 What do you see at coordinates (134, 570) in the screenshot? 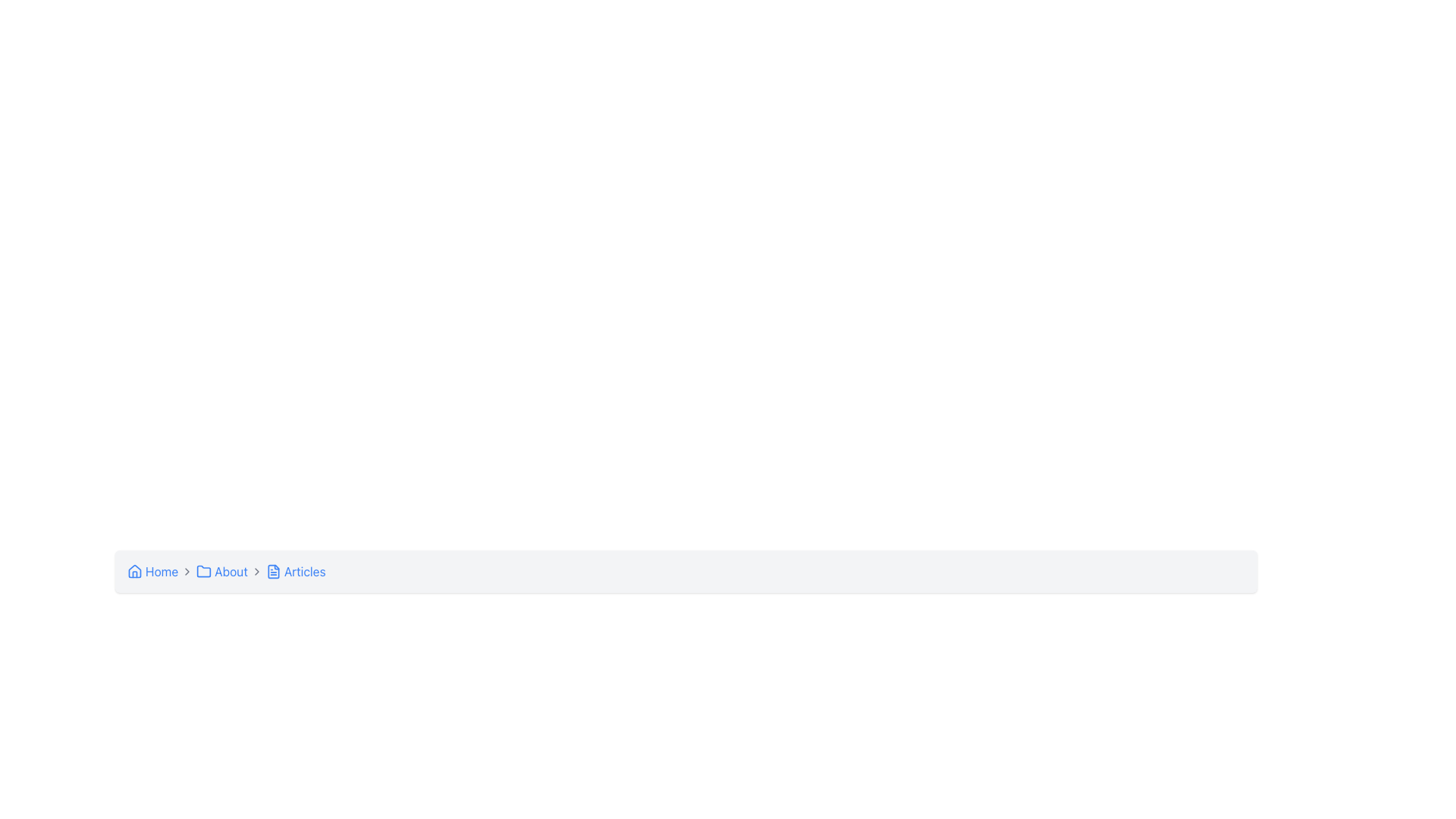
I see `the house icon in the breadcrumb navigation bar` at bounding box center [134, 570].